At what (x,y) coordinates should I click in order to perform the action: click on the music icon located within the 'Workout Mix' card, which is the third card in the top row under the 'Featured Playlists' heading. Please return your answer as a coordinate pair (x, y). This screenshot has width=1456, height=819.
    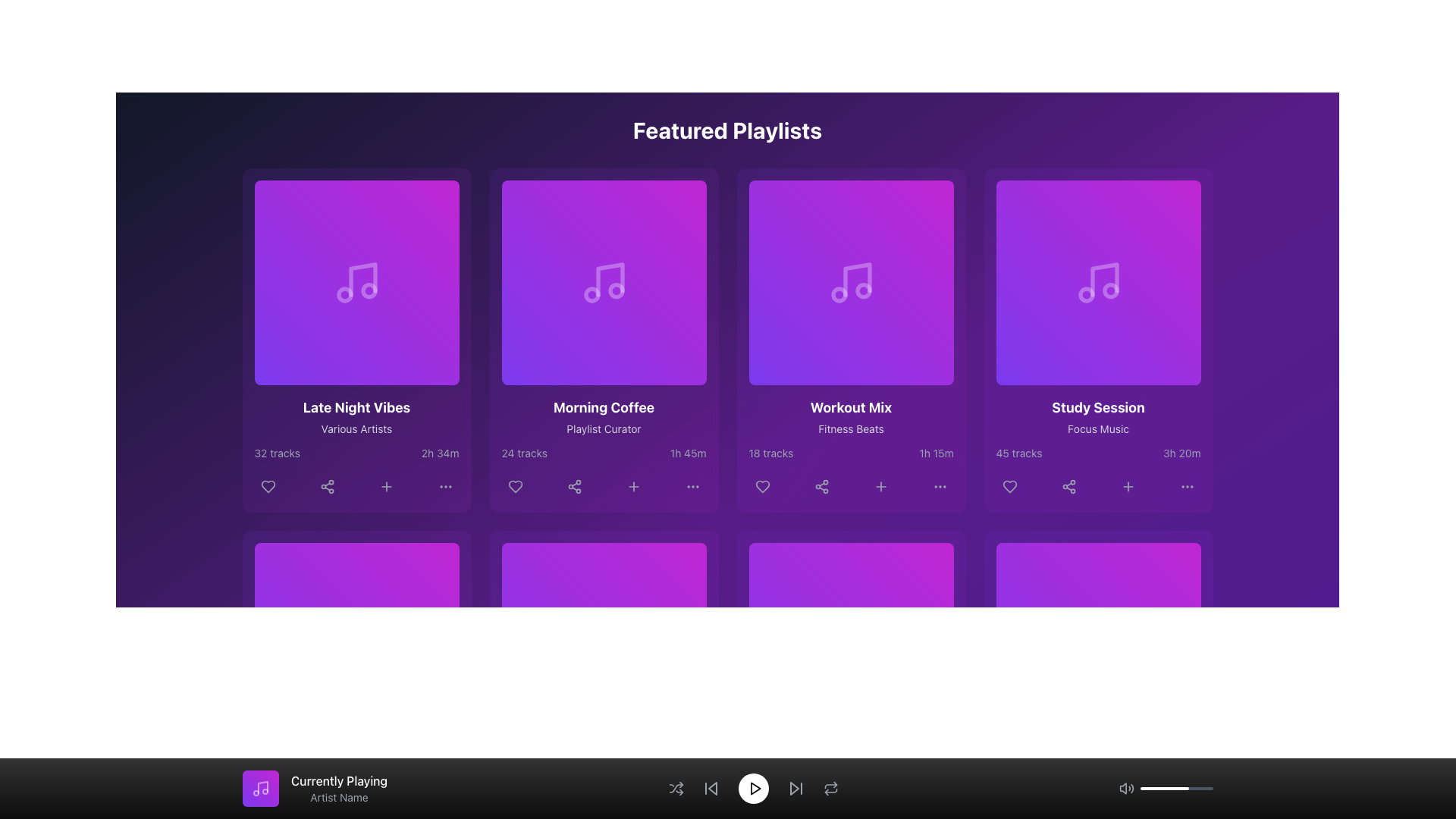
    Looking at the image, I should click on (857, 280).